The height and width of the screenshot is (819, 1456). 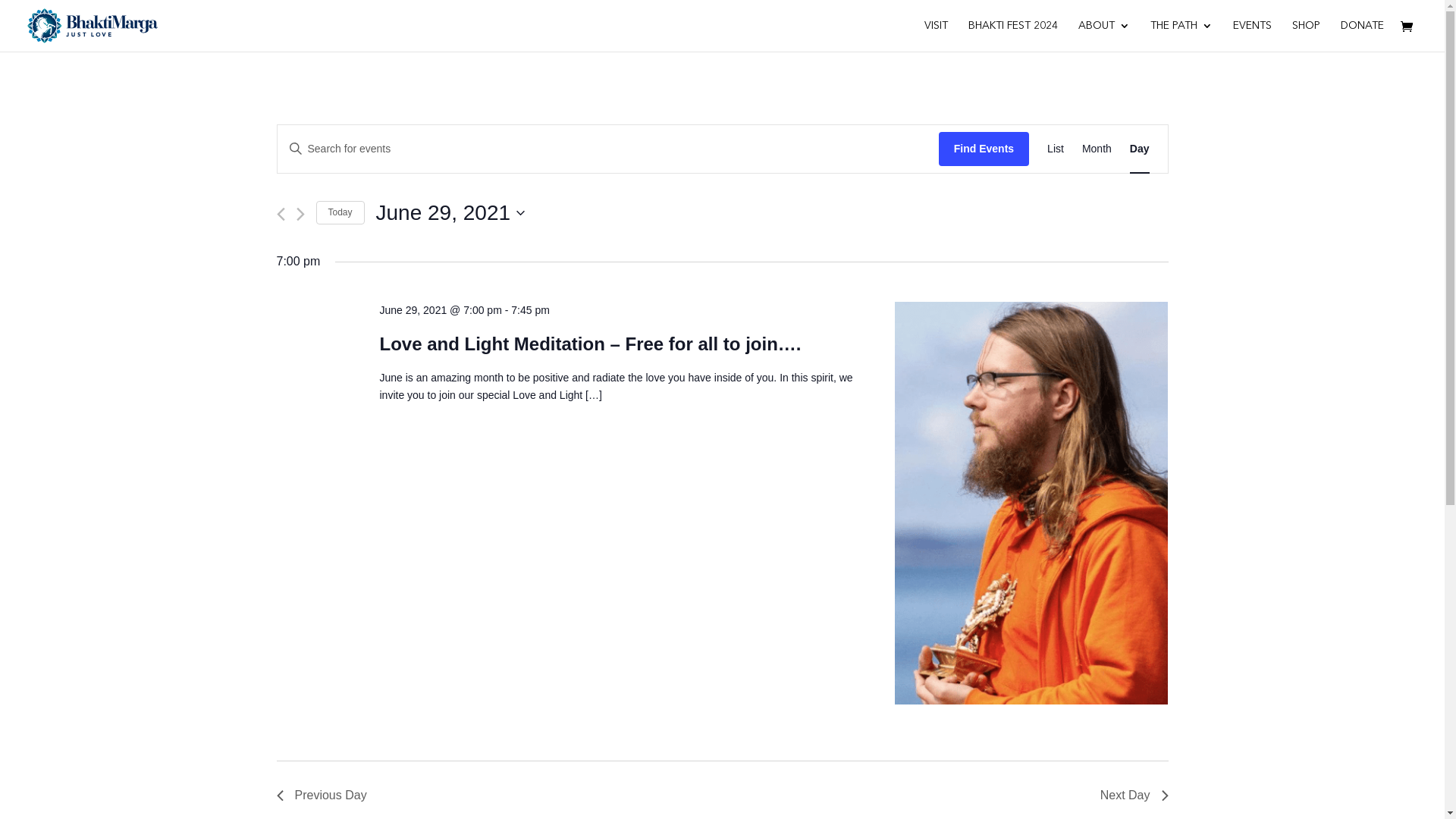 What do you see at coordinates (450, 213) in the screenshot?
I see `'June 29, 2021'` at bounding box center [450, 213].